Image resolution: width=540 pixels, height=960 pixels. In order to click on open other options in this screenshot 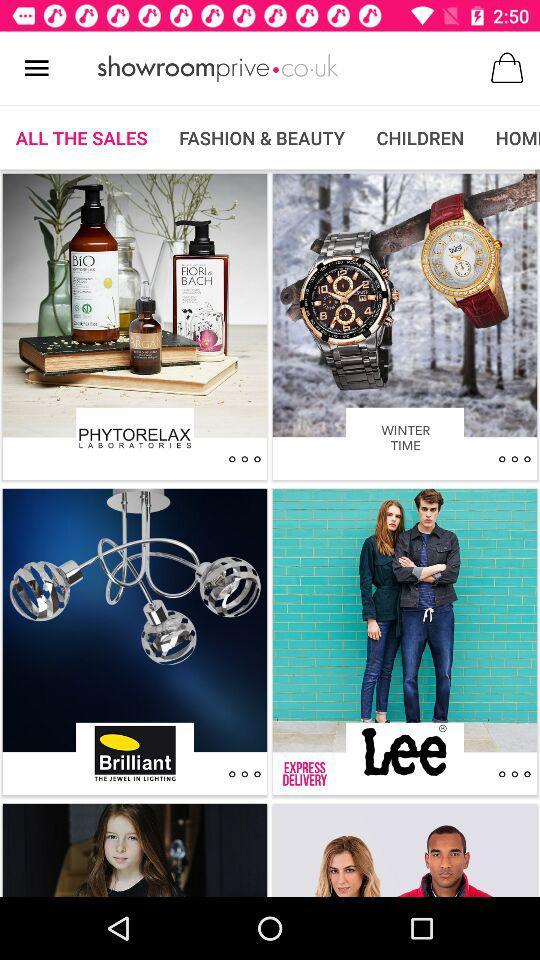, I will do `click(514, 773)`.